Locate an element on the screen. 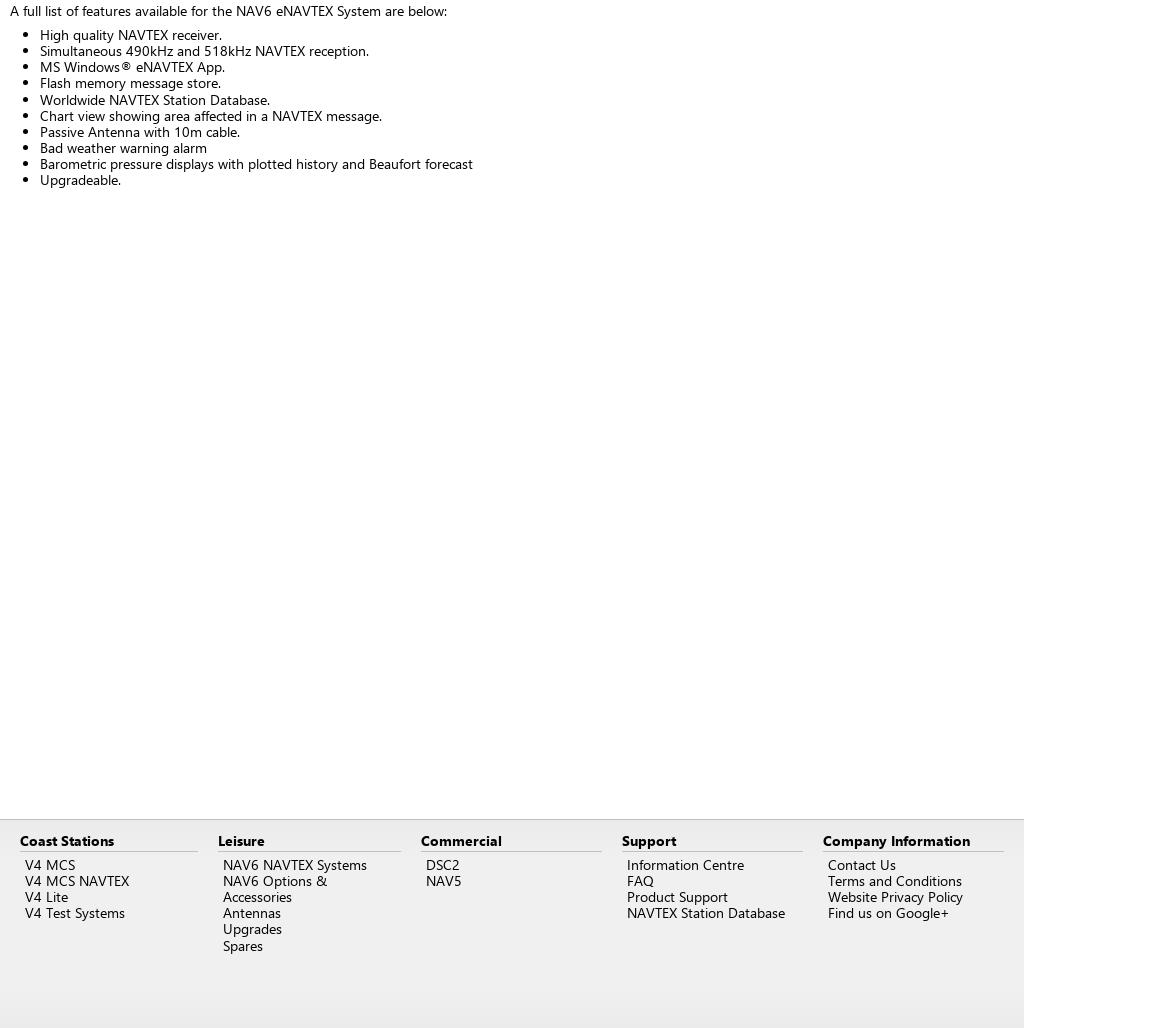 This screenshot has width=1168, height=1028. 'FAQ' is located at coordinates (640, 879).